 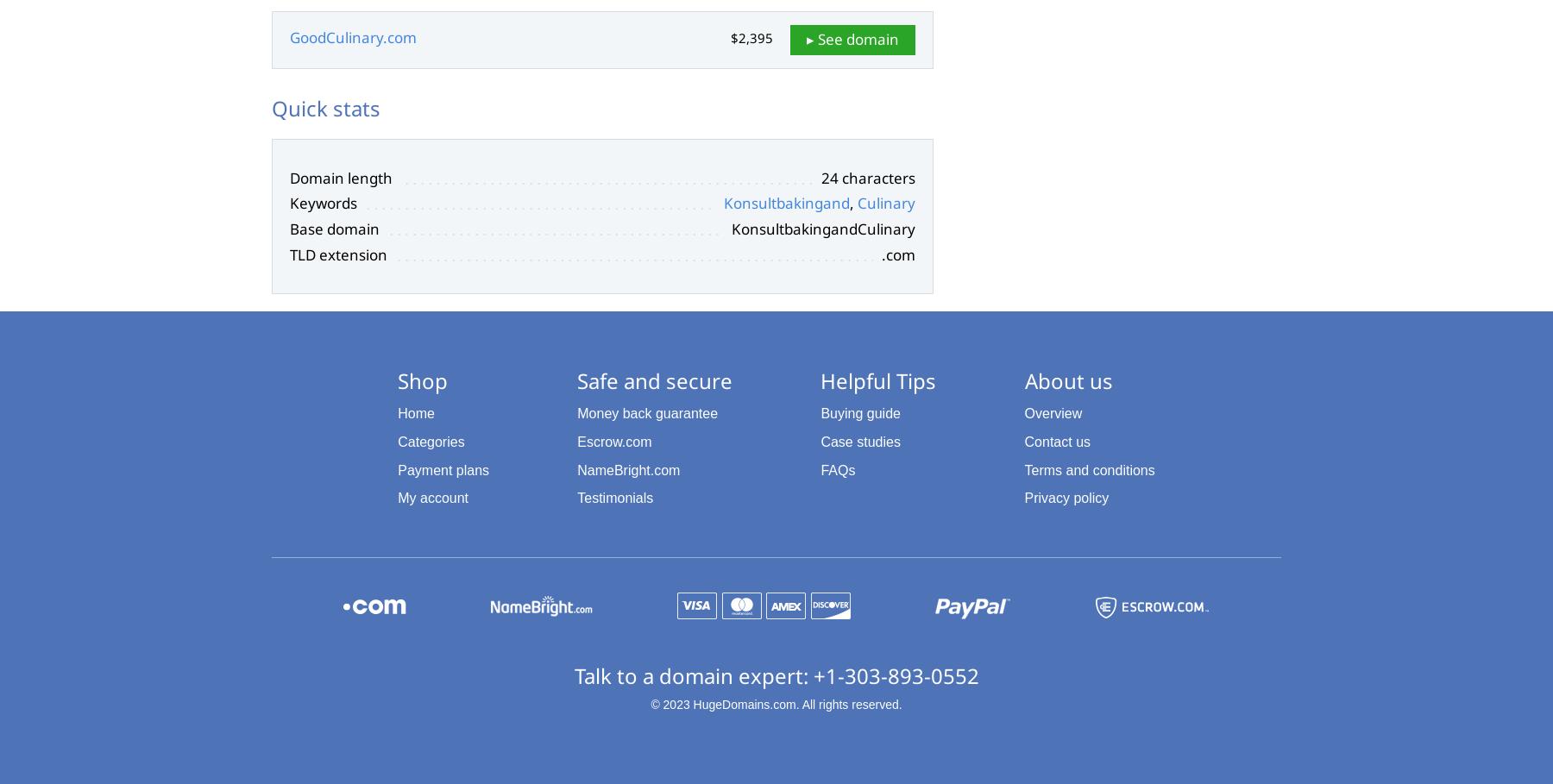 What do you see at coordinates (396, 440) in the screenshot?
I see `'Categories'` at bounding box center [396, 440].